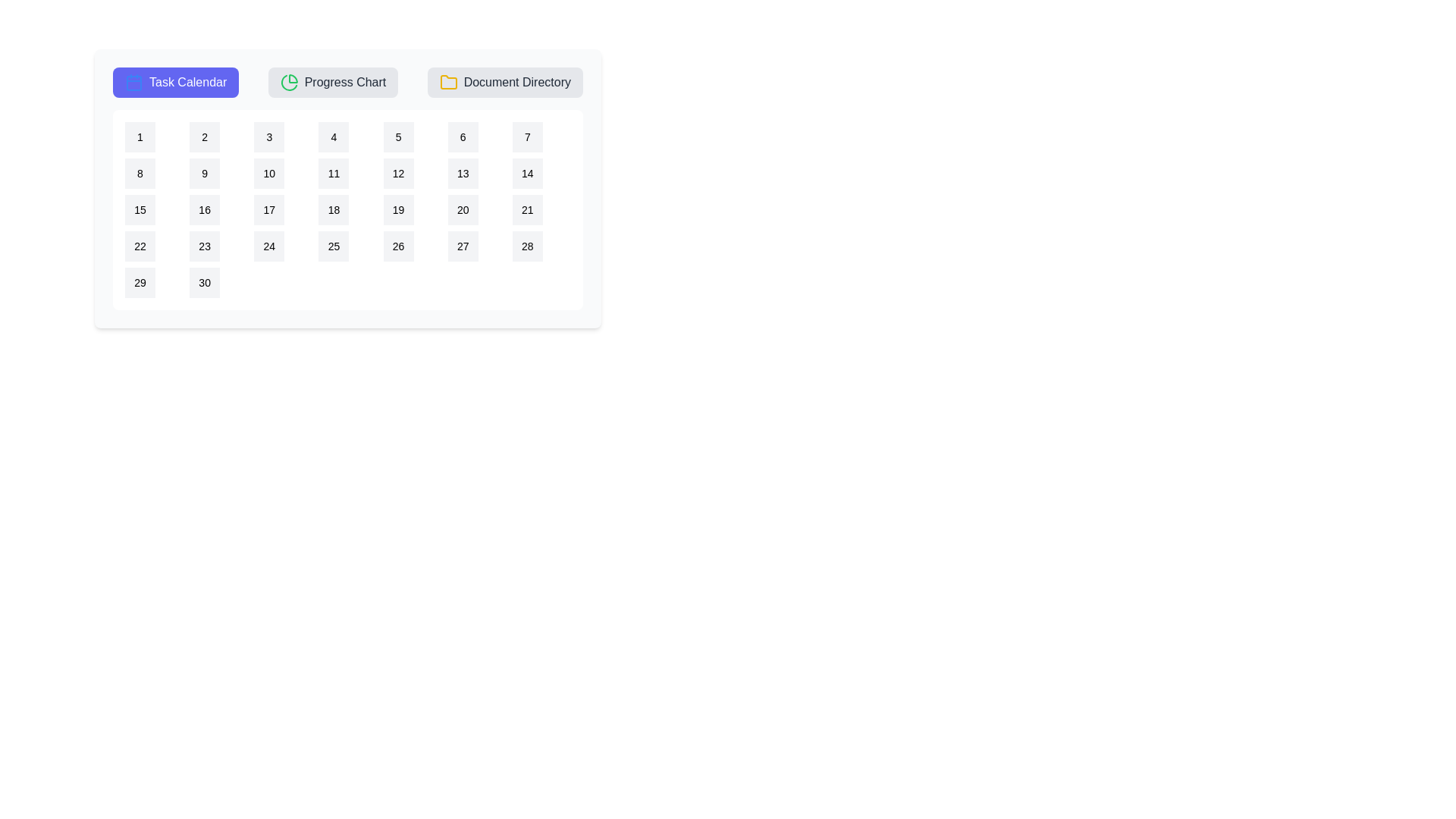  Describe the element at coordinates (527, 137) in the screenshot. I see `the calendar date 7` at that location.